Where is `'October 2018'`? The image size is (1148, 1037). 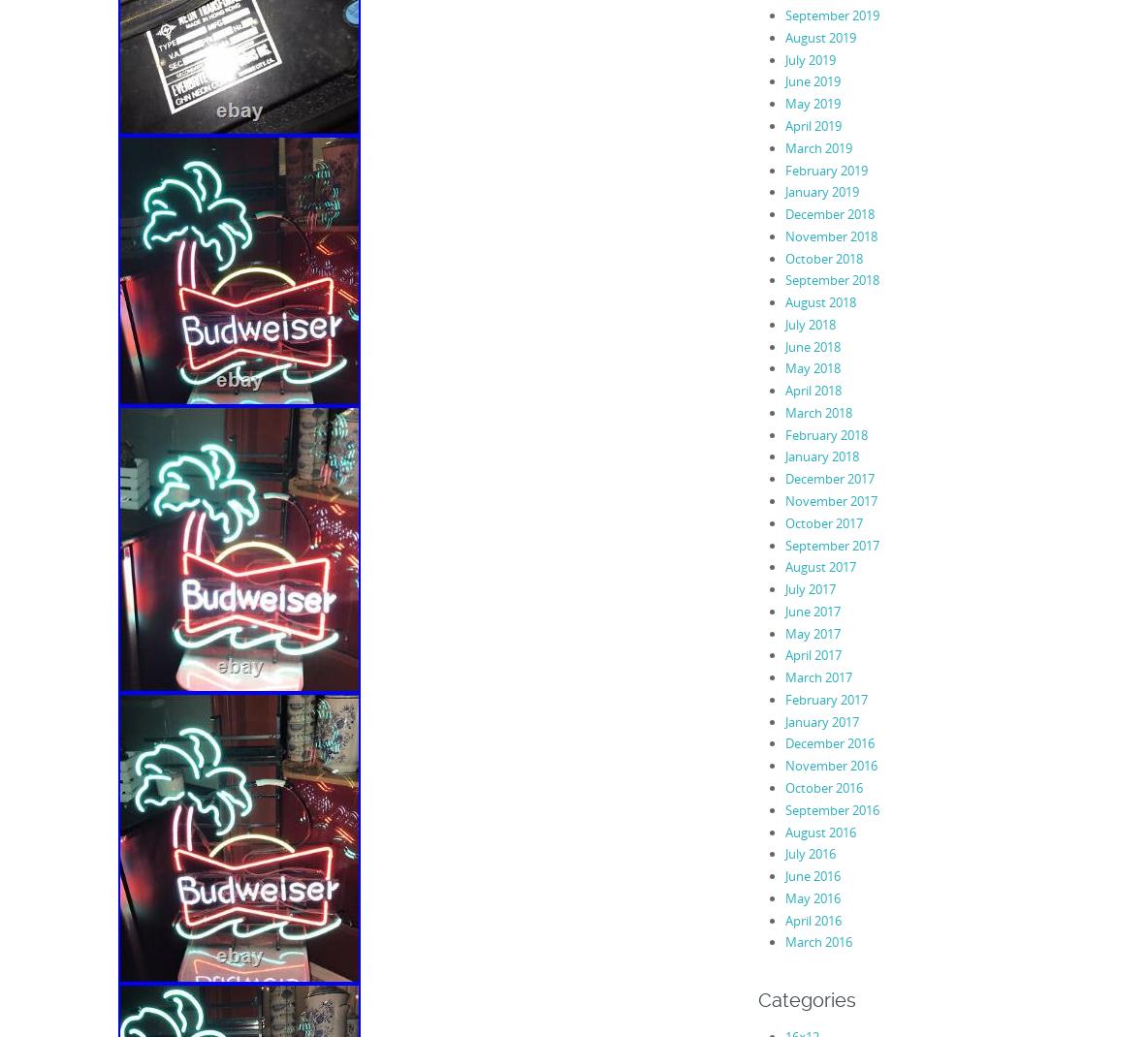 'October 2018' is located at coordinates (823, 257).